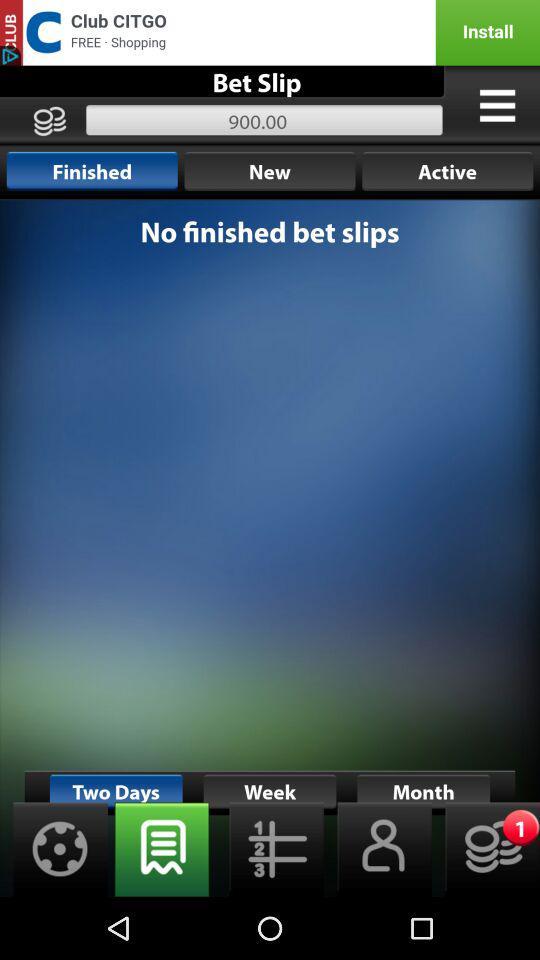  What do you see at coordinates (270, 548) in the screenshot?
I see `bet slip app page content` at bounding box center [270, 548].